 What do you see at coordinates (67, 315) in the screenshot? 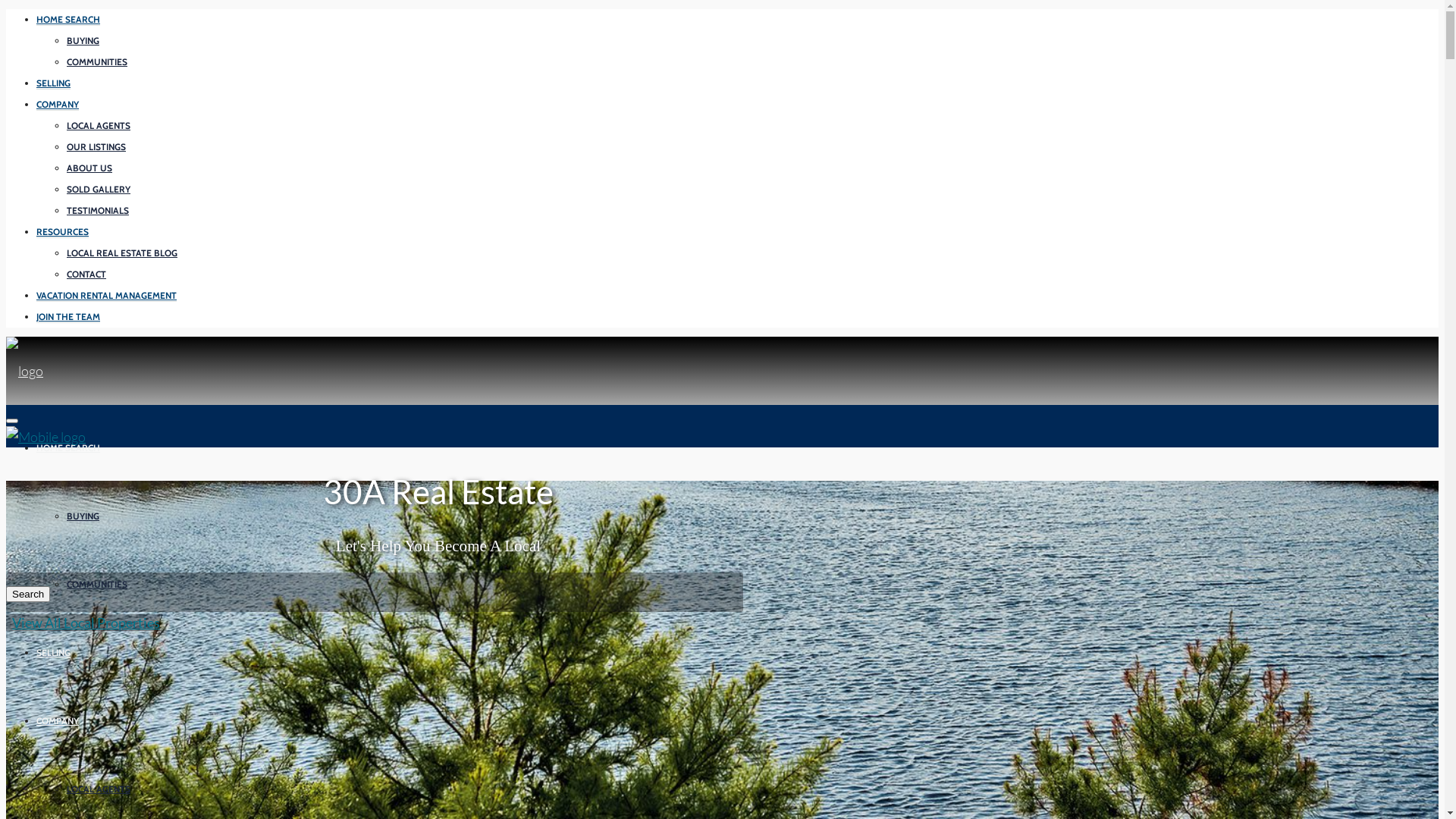
I see `'JOIN THE TEAM'` at bounding box center [67, 315].